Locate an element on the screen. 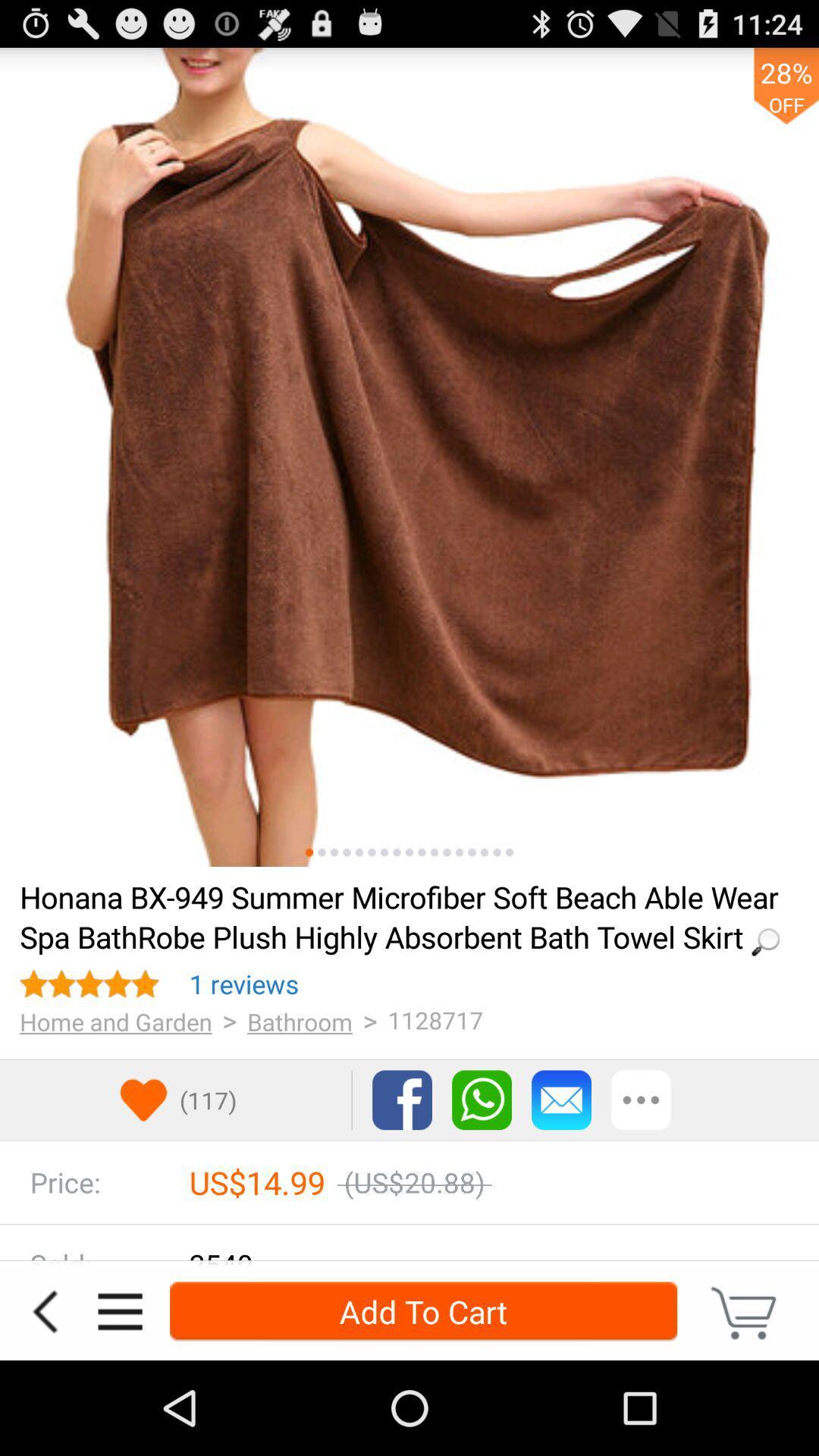 The height and width of the screenshot is (1456, 819). icon above > app is located at coordinates (243, 984).